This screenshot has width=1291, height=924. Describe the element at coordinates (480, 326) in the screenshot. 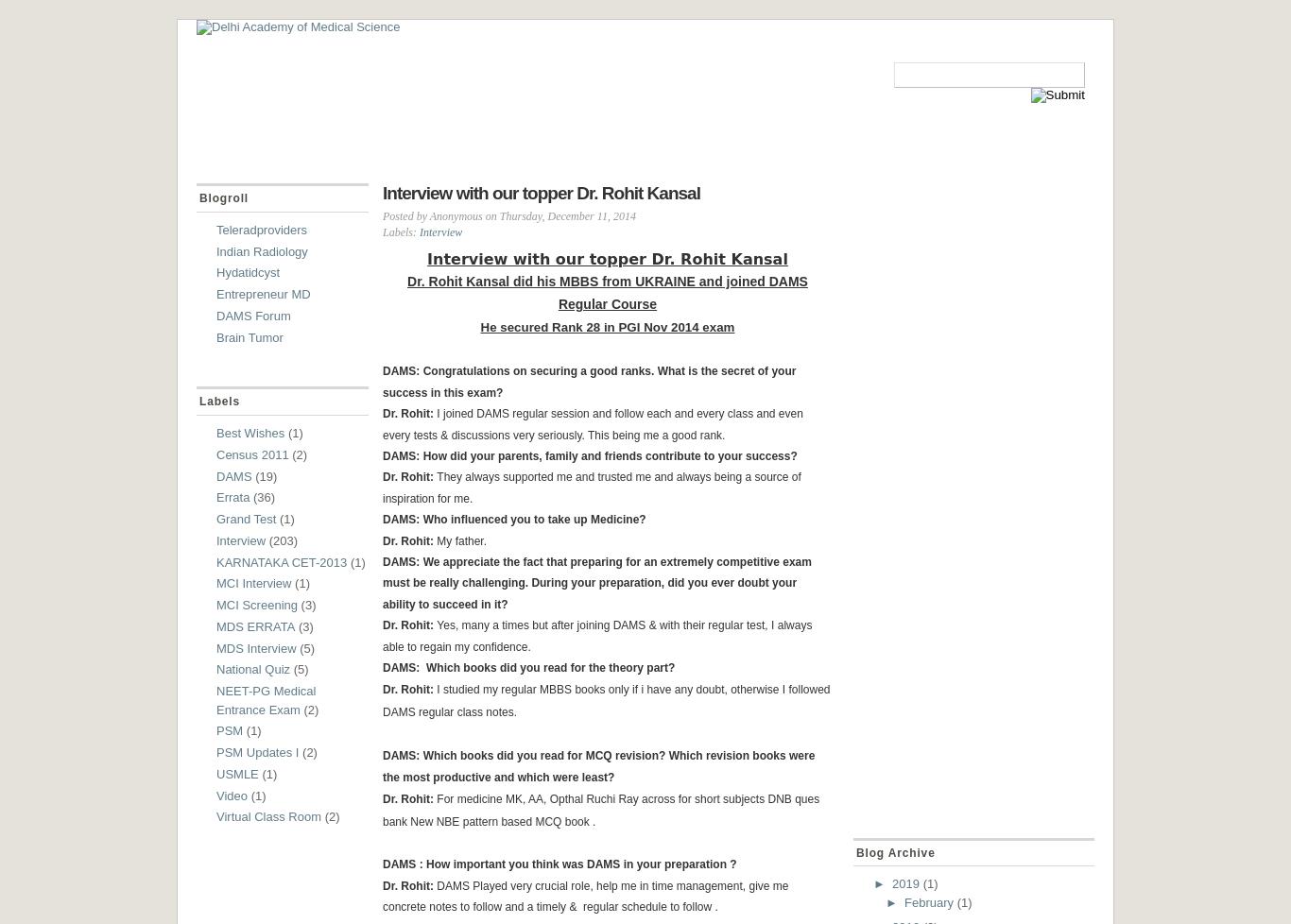

I see `'He secured Rank 28'` at that location.